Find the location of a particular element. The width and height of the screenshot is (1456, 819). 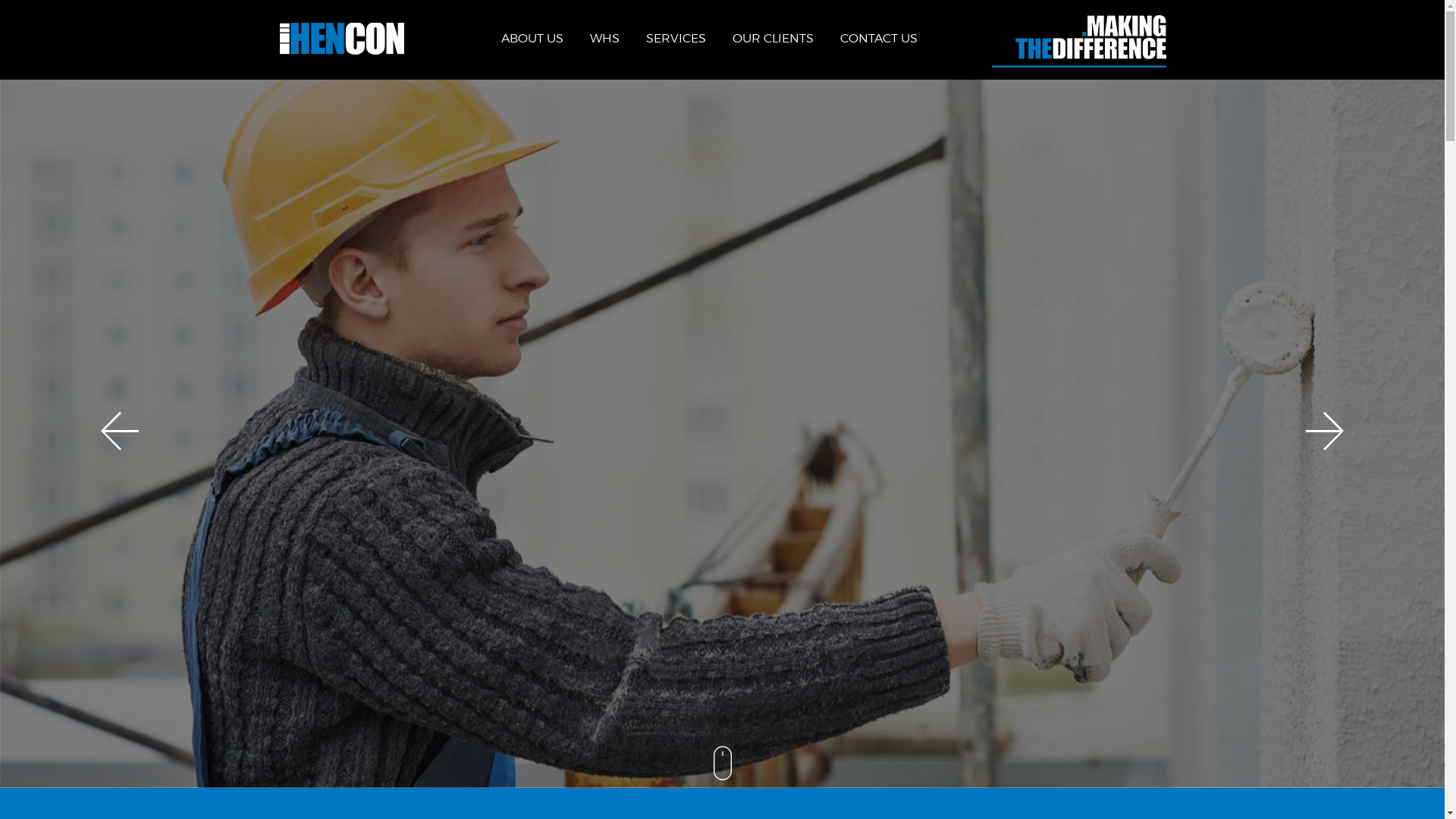

'NEXT' is located at coordinates (1324, 431).